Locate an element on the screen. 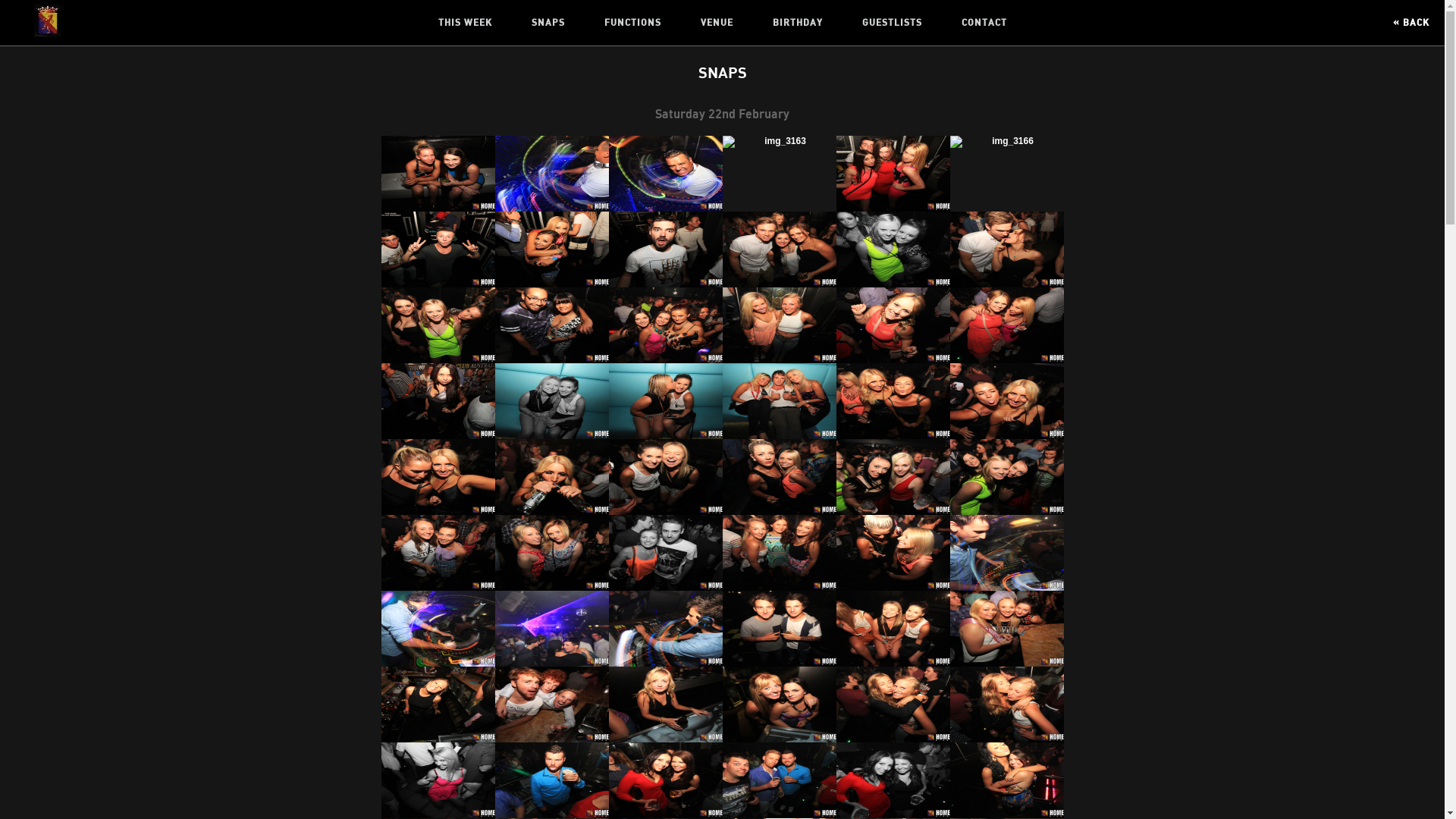 The height and width of the screenshot is (819, 1456). ' ' is located at coordinates (550, 248).